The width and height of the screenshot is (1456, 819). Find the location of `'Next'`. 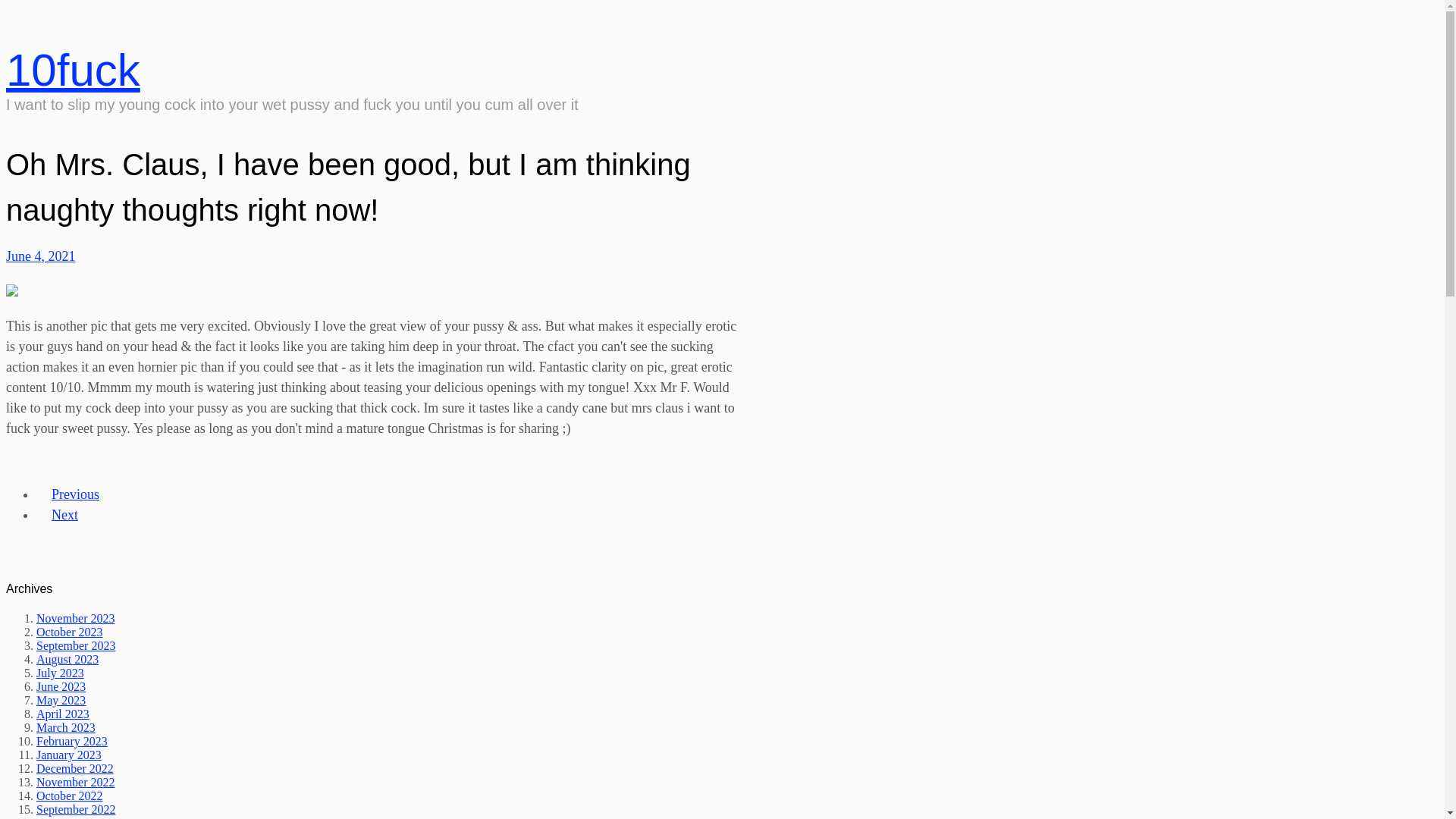

'Next' is located at coordinates (64, 513).